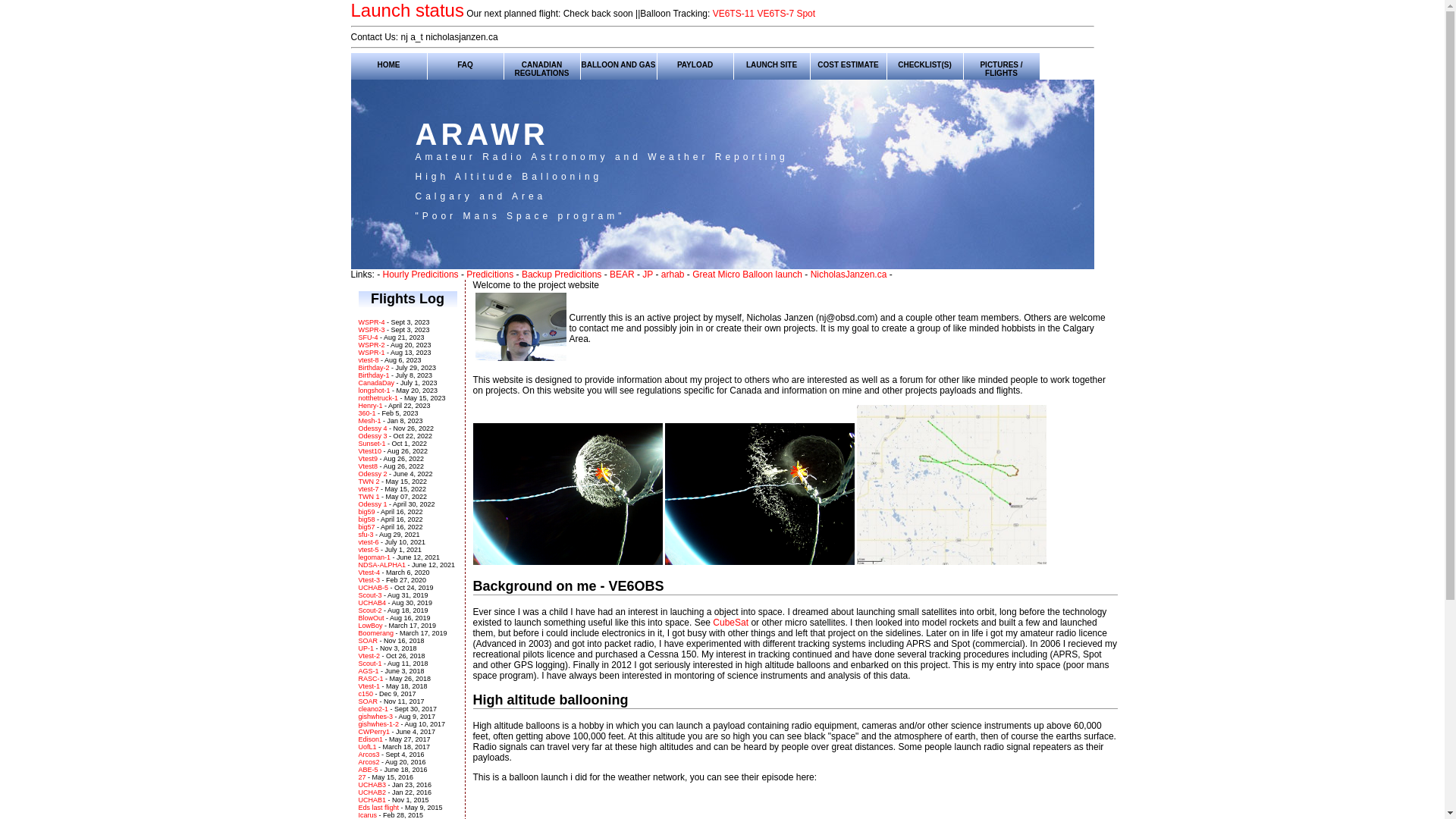  I want to click on 'PICTURES / FLIGHTS', so click(1001, 63).